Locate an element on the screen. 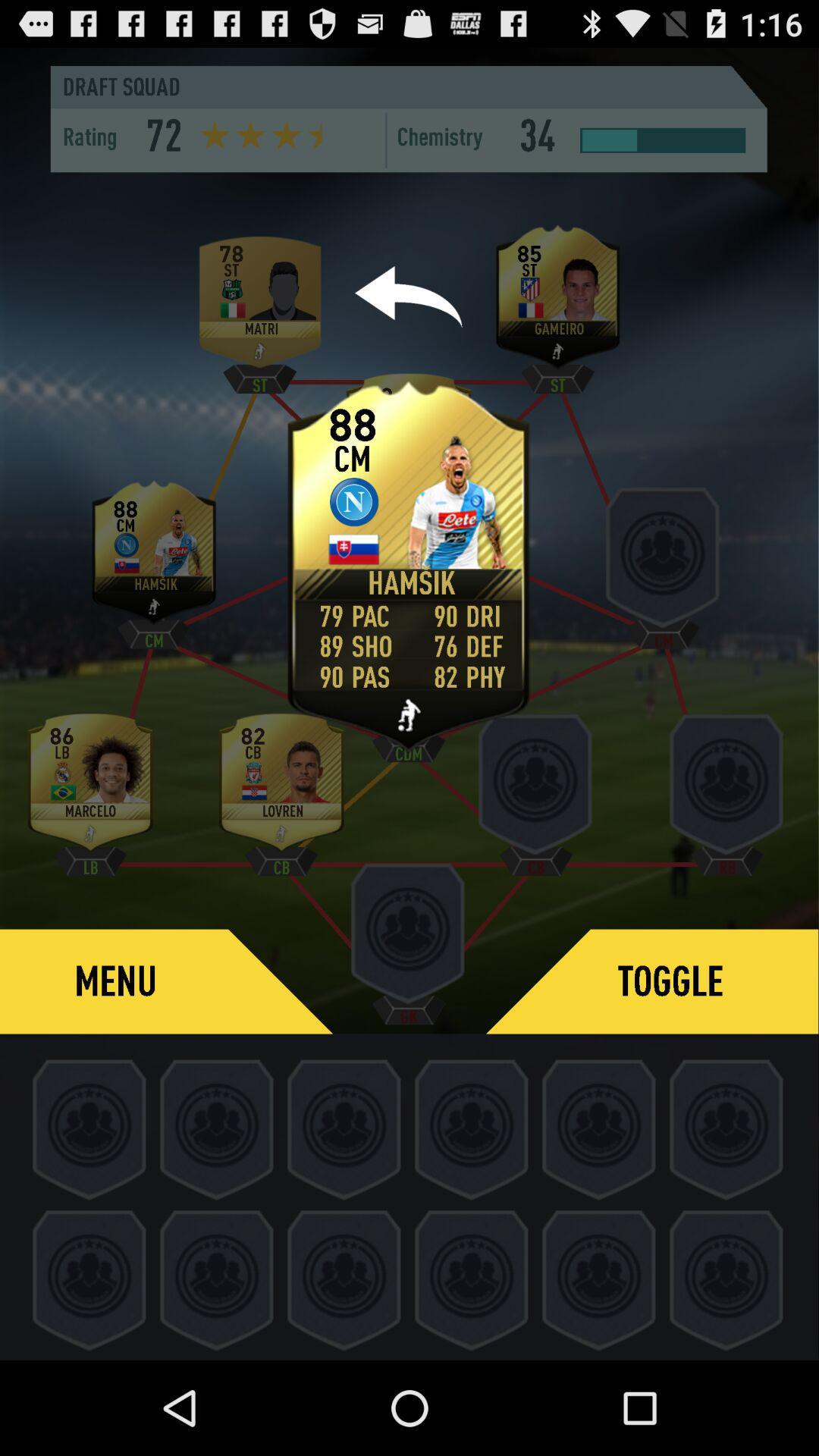 The image size is (819, 1456). the last level above the toggle is located at coordinates (726, 788).